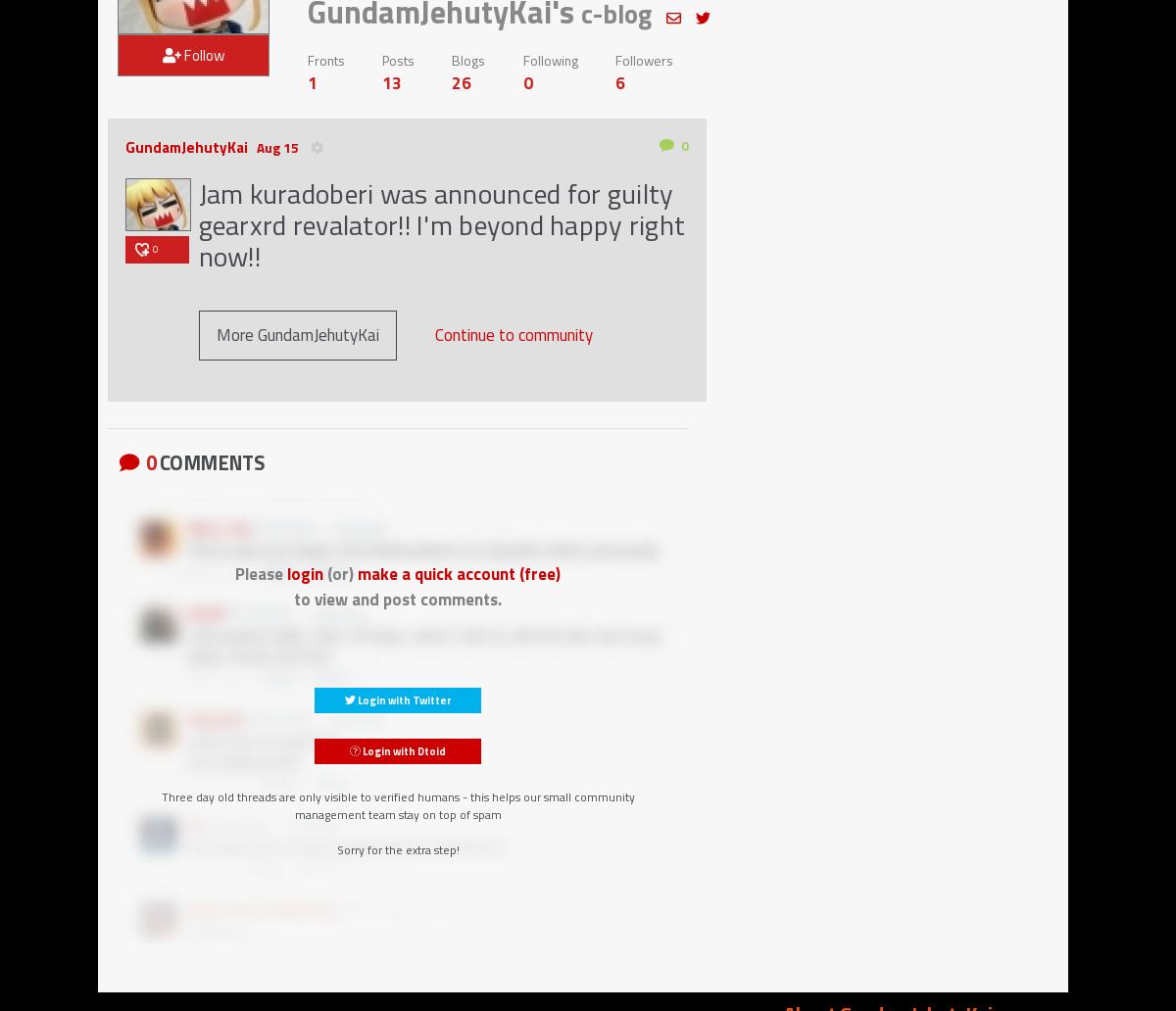 The height and width of the screenshot is (1011, 1176). I want to click on 'Login with Twitter', so click(403, 698).